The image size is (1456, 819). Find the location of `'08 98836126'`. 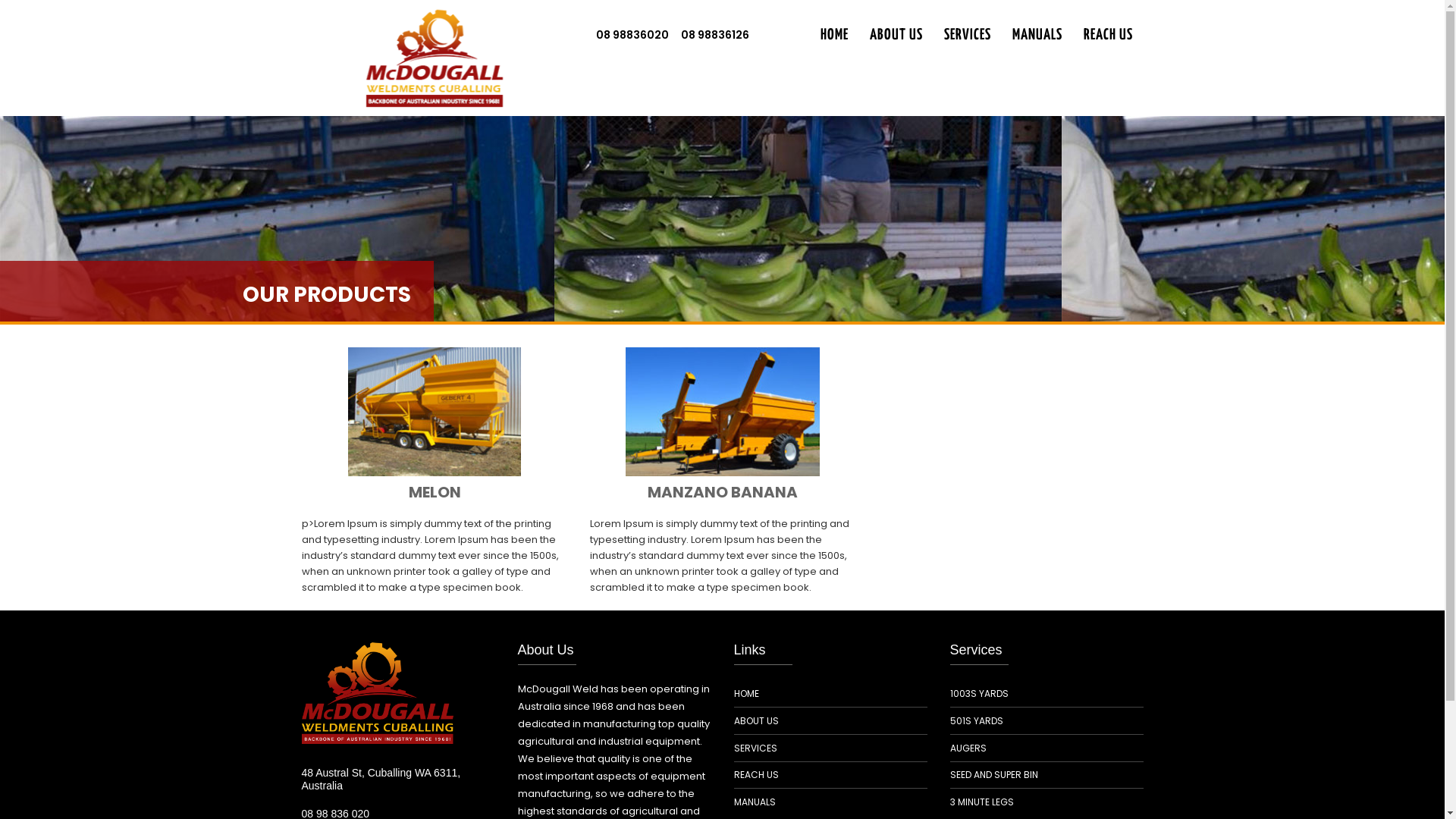

'08 98836126' is located at coordinates (673, 34).